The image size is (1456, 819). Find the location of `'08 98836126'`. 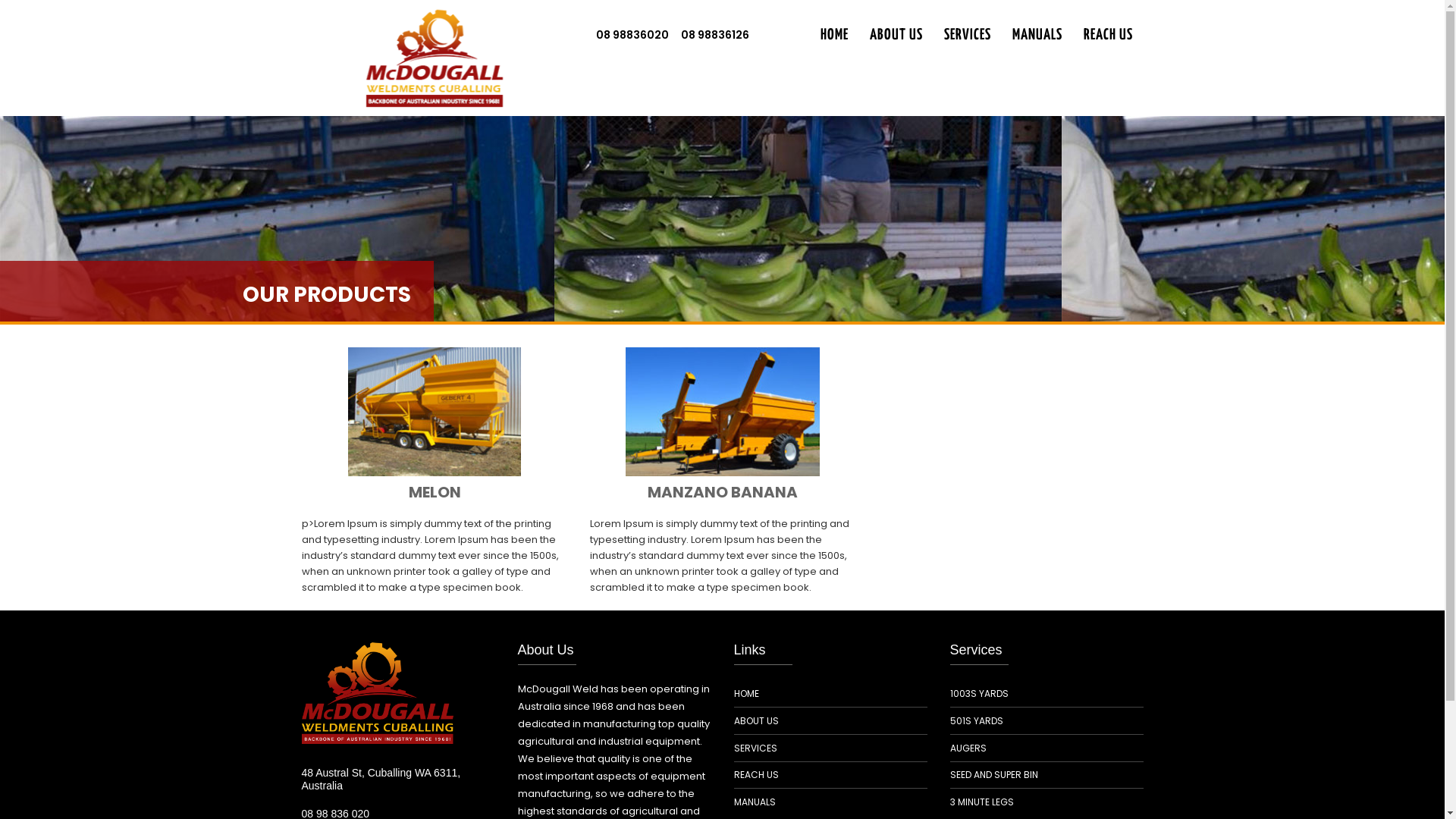

'08 98836126' is located at coordinates (673, 34).